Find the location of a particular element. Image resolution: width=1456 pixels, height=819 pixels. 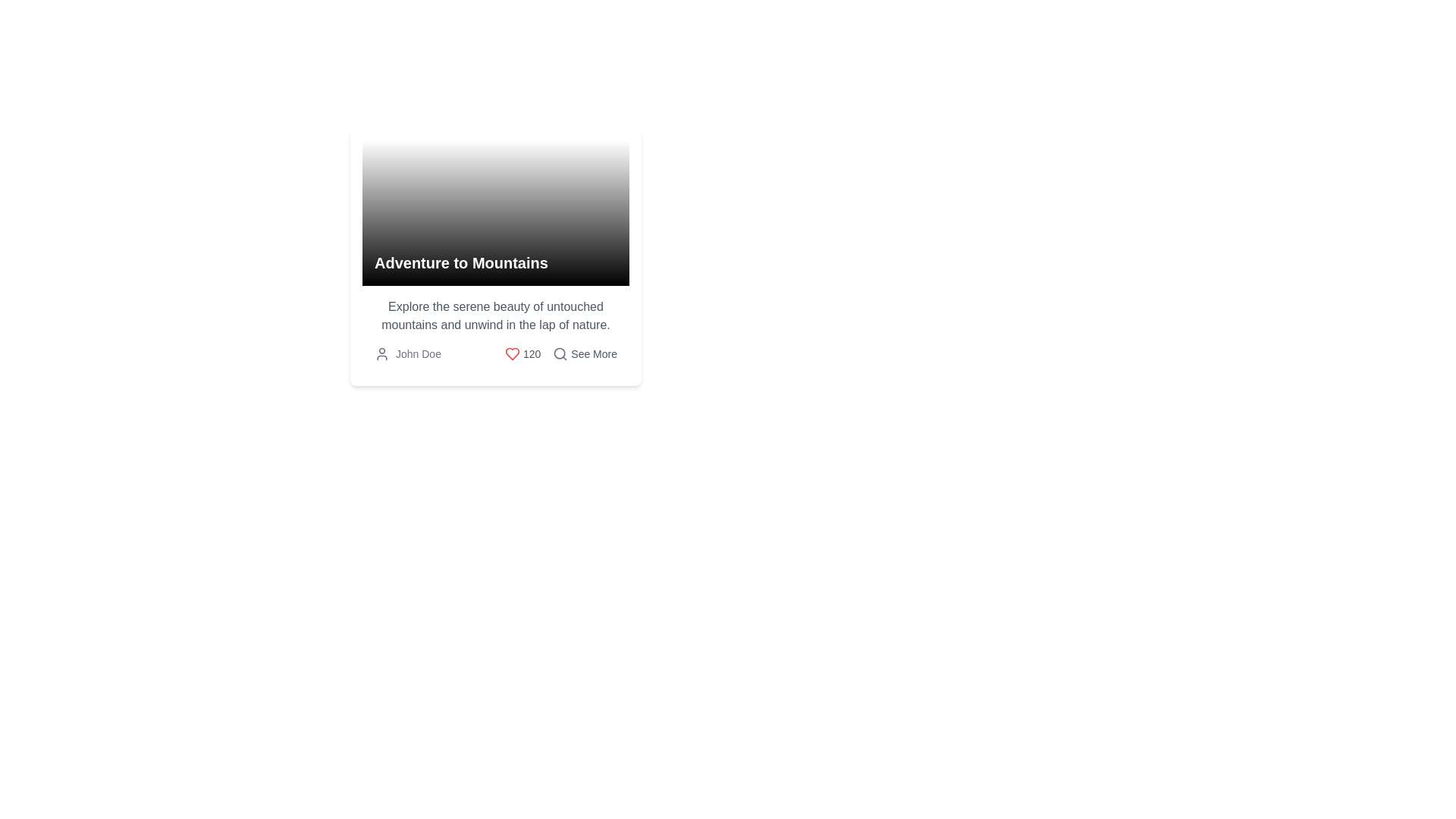

the button-like element that features a magnifying glass icon and the text 'See More', located at the bottom-right corner of the card is located at coordinates (584, 353).